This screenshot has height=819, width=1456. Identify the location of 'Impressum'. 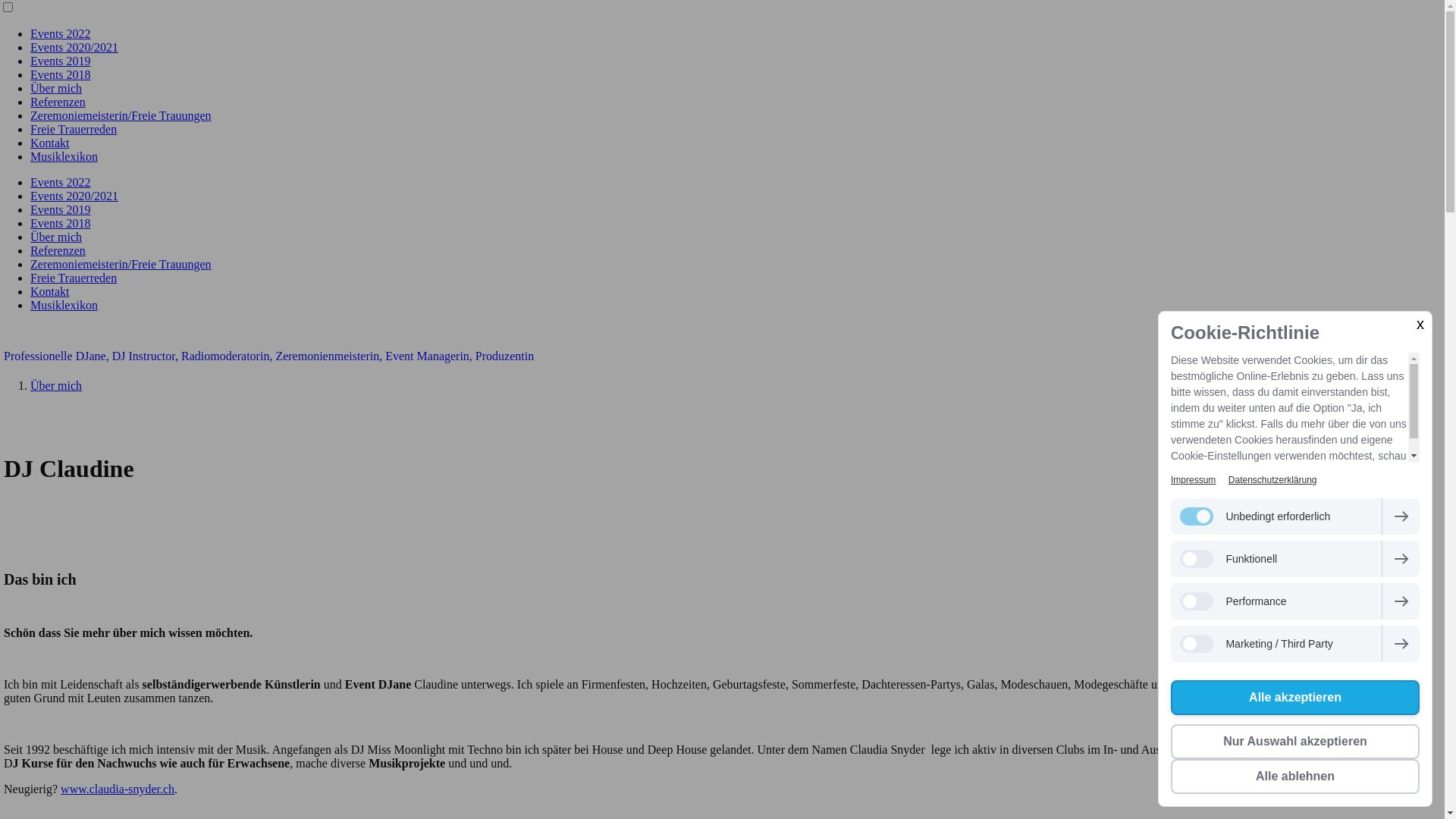
(1192, 479).